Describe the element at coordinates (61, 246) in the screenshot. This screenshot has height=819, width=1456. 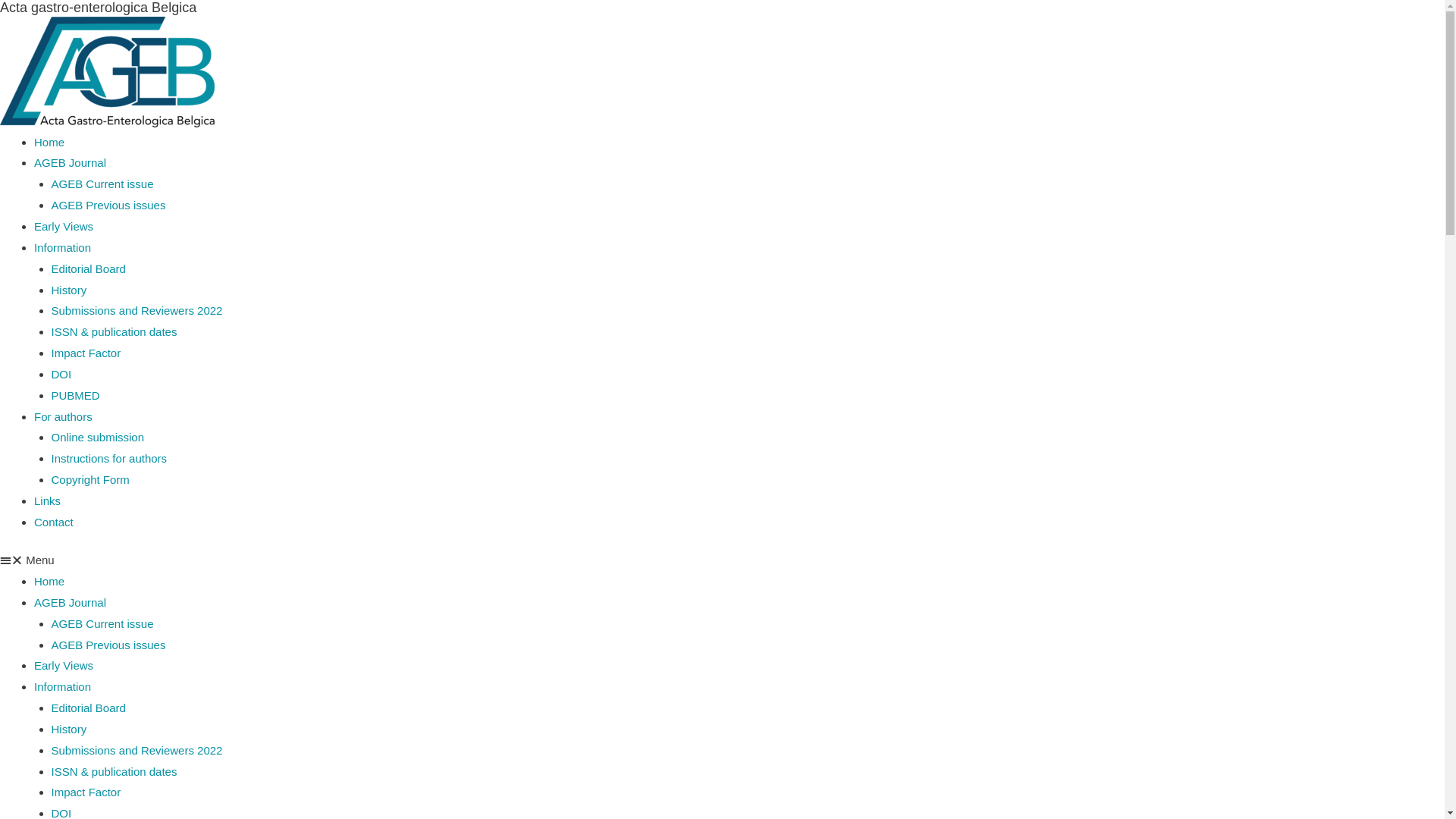
I see `'Information'` at that location.